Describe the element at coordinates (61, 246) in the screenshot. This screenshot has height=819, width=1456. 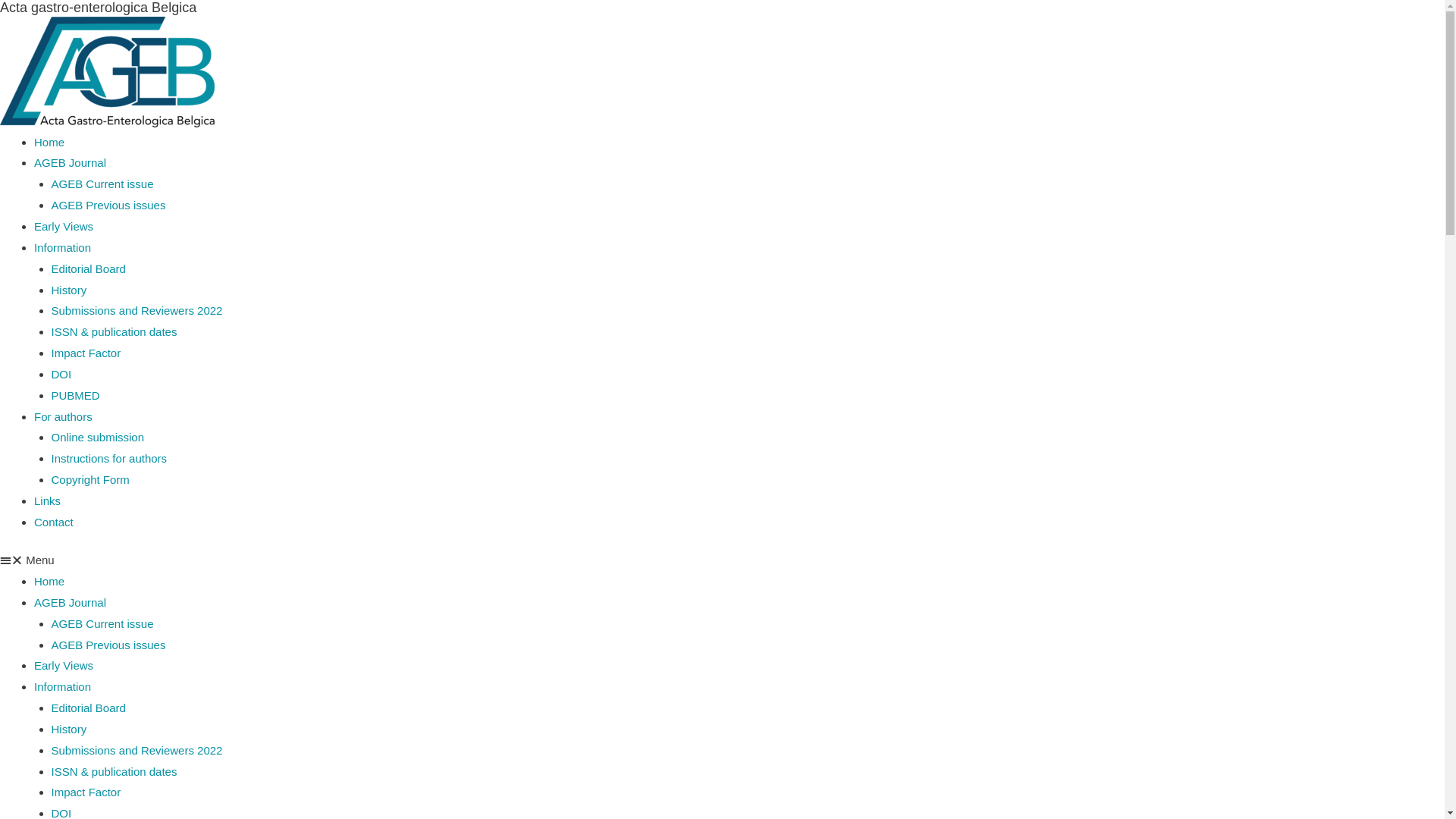
I see `'Information'` at that location.